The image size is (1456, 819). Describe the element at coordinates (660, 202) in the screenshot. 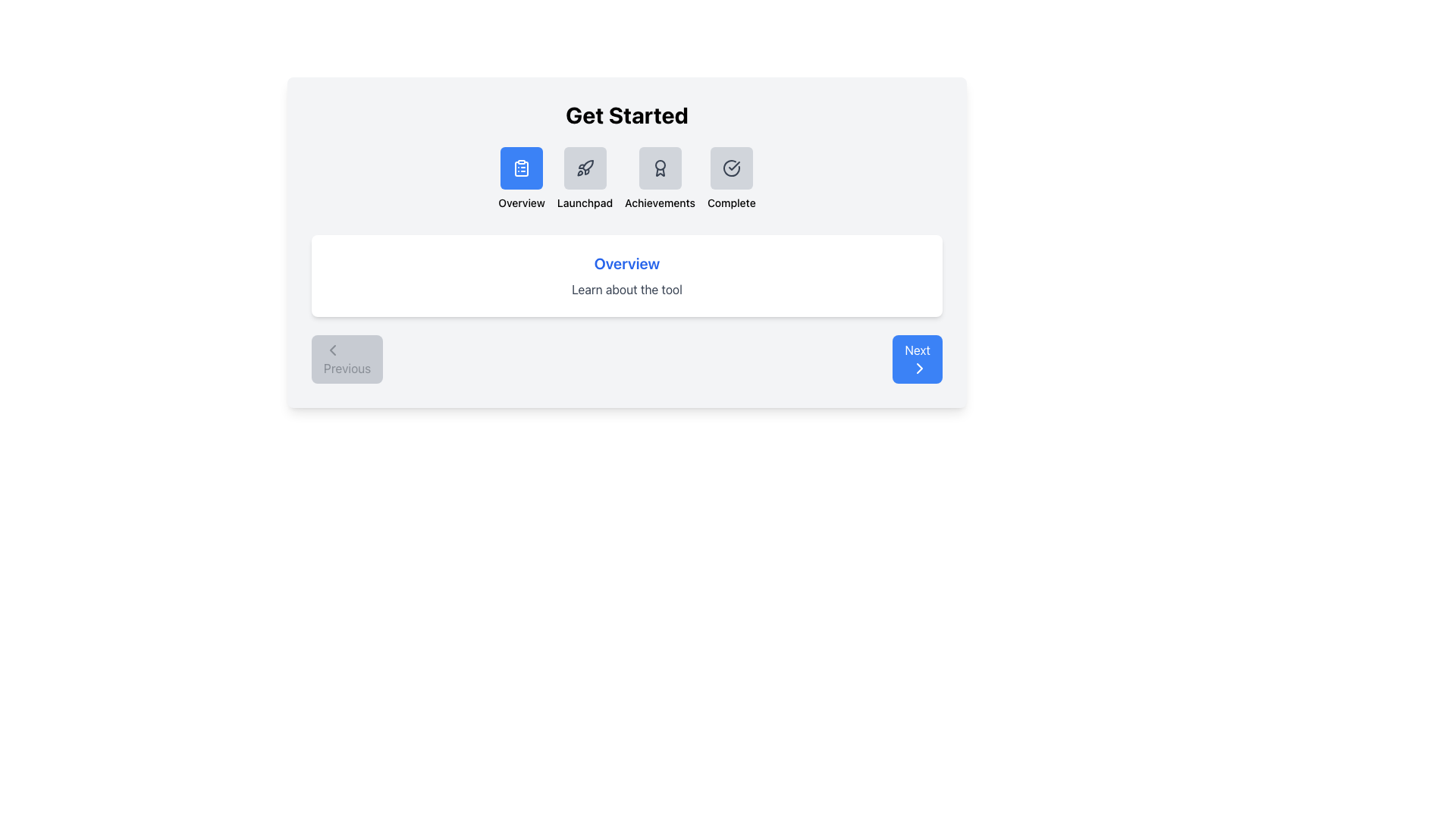

I see `the 'Achievements' text label located below the badge-like icon in the top center of the interface, which is the third item from the left in a group of four` at that location.